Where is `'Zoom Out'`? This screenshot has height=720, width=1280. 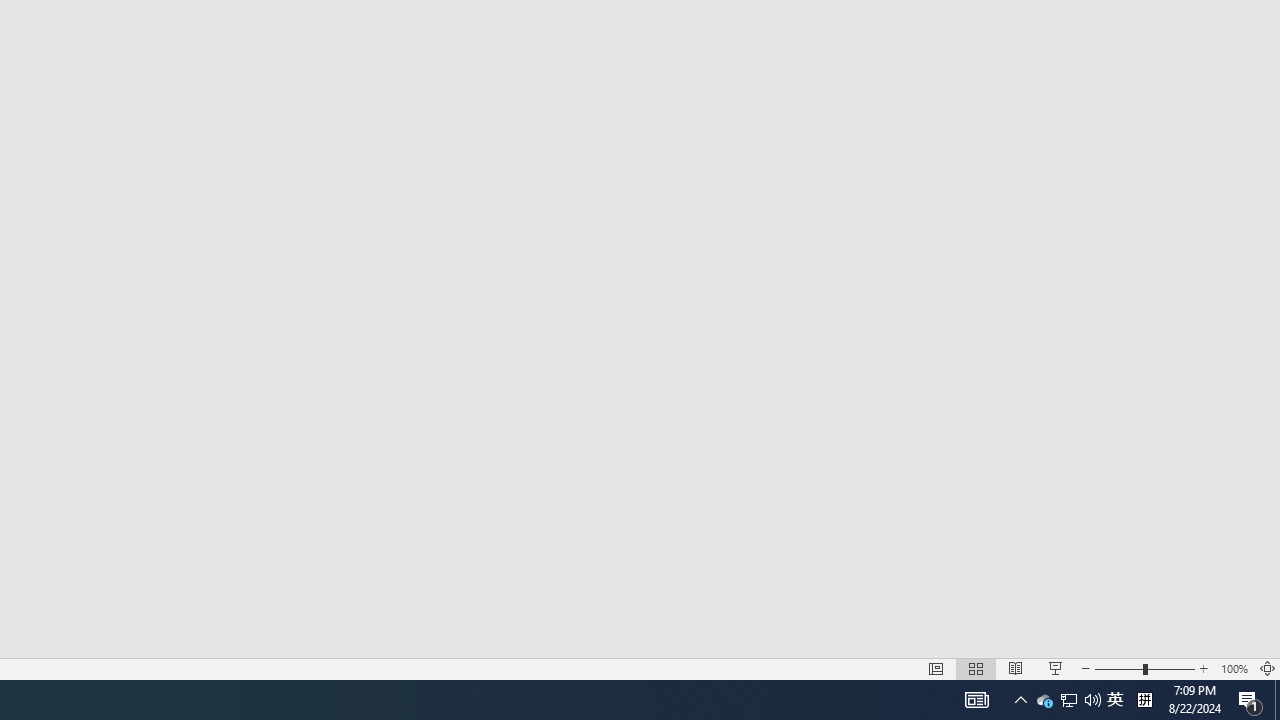 'Zoom Out' is located at coordinates (1117, 669).